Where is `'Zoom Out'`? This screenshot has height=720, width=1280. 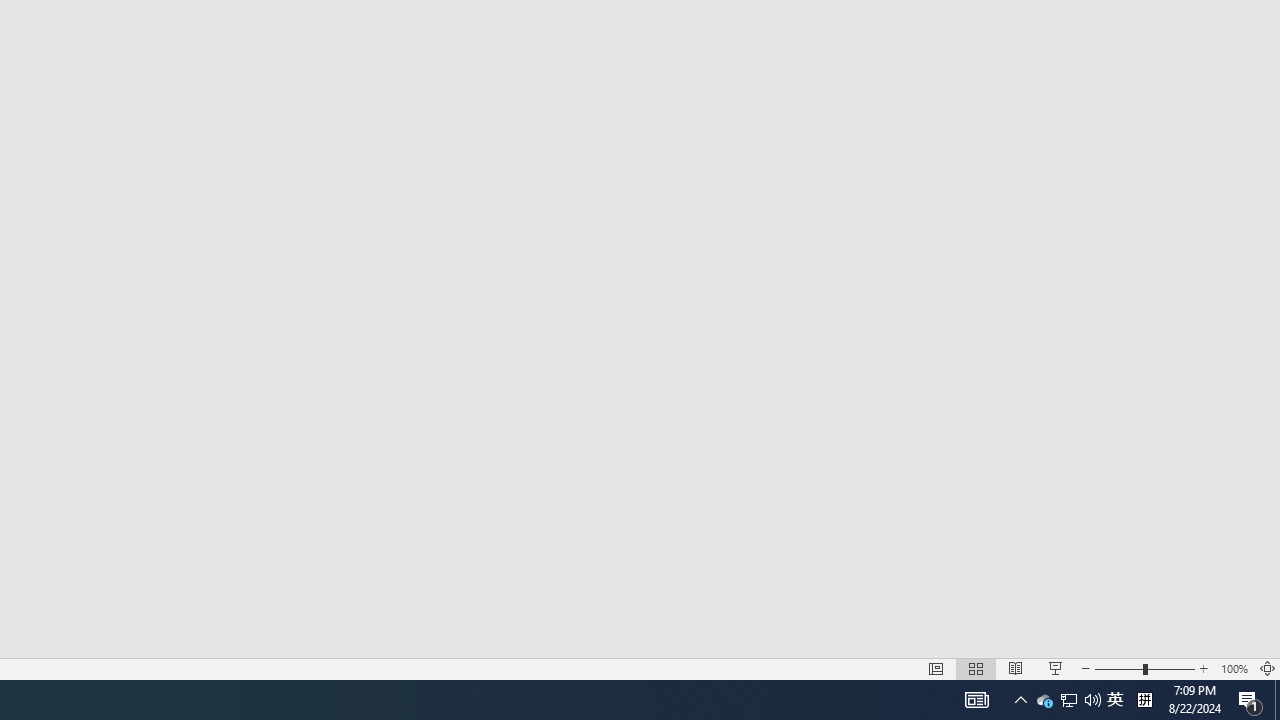 'Zoom Out' is located at coordinates (1117, 669).